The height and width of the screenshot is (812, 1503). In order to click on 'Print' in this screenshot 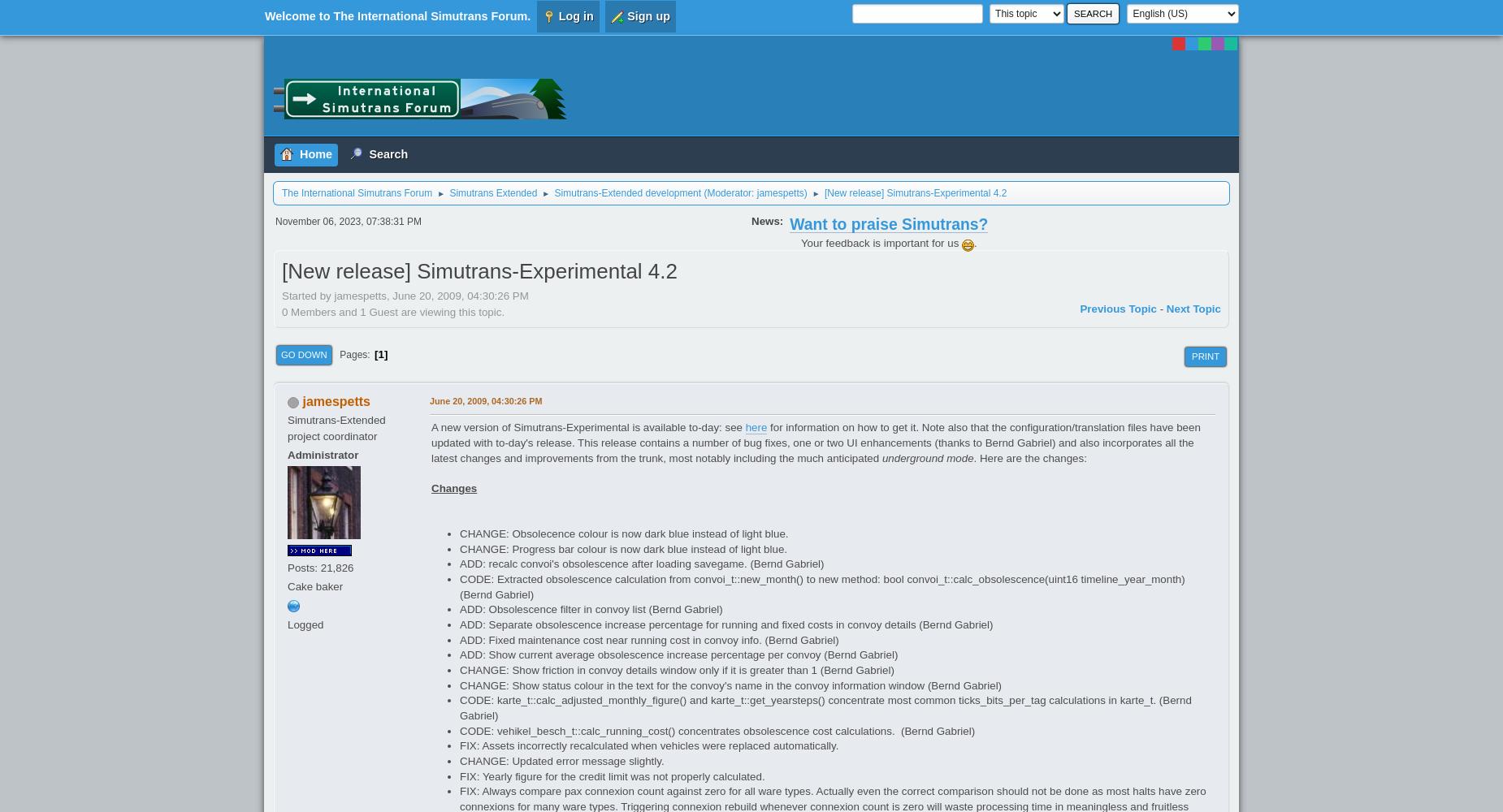, I will do `click(1206, 356)`.